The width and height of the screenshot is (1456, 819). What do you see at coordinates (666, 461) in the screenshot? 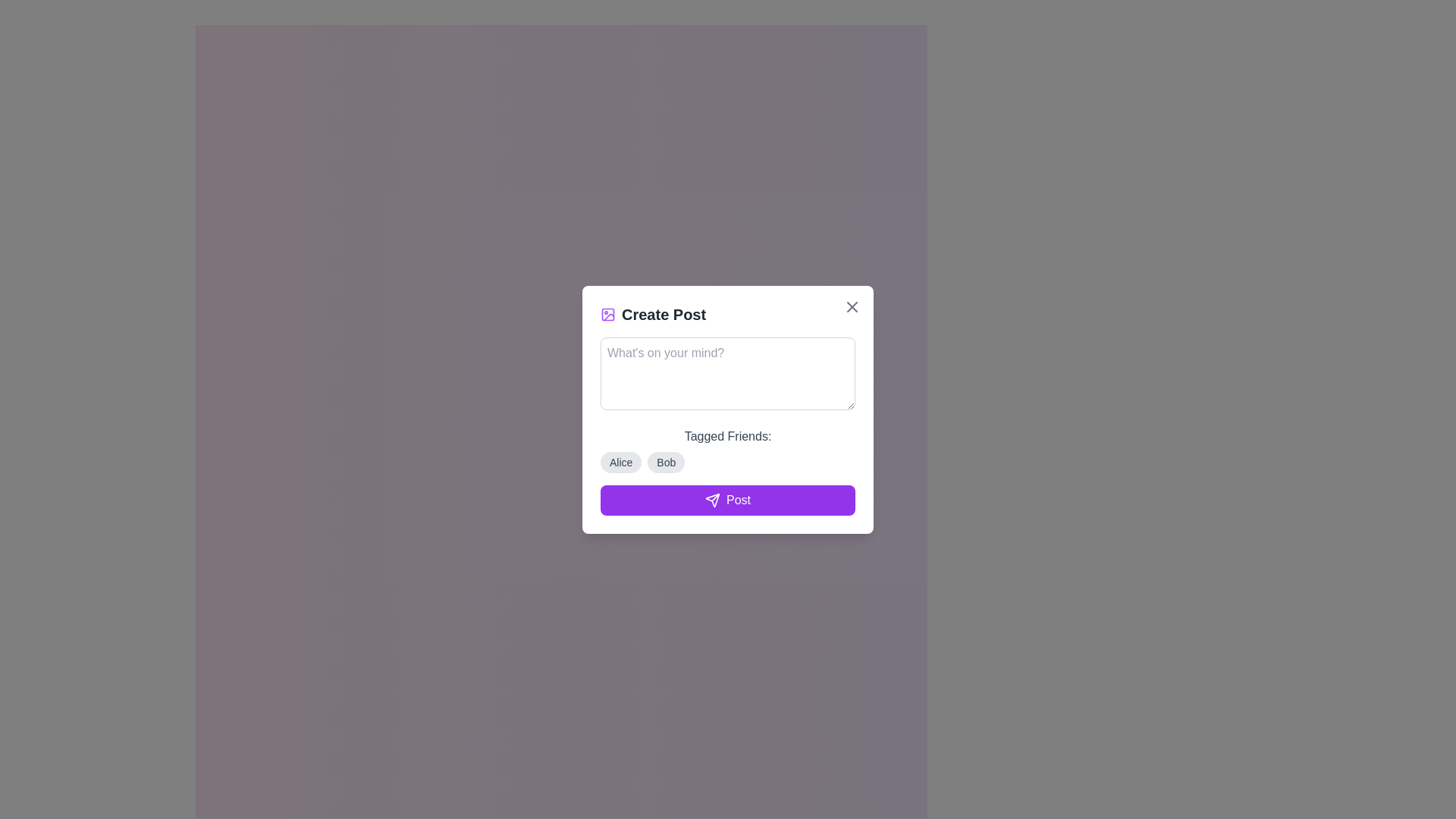
I see `the button-like label with the text 'Bob', which is the second interactive tag in a series of buttons located below the 'Tagged Friends:' label` at bounding box center [666, 461].